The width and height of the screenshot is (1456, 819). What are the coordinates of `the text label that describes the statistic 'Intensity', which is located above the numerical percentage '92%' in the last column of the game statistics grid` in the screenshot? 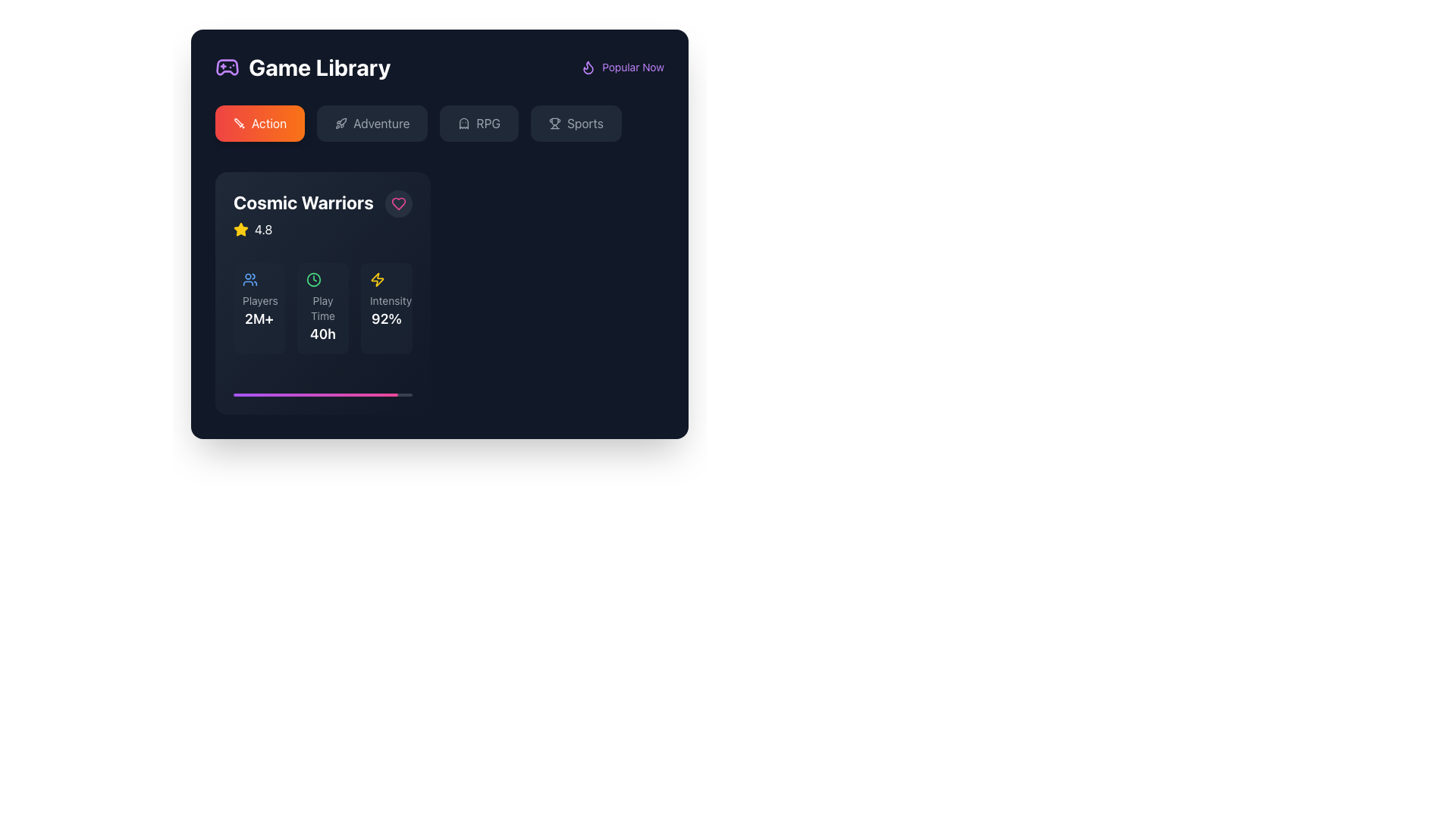 It's located at (386, 301).